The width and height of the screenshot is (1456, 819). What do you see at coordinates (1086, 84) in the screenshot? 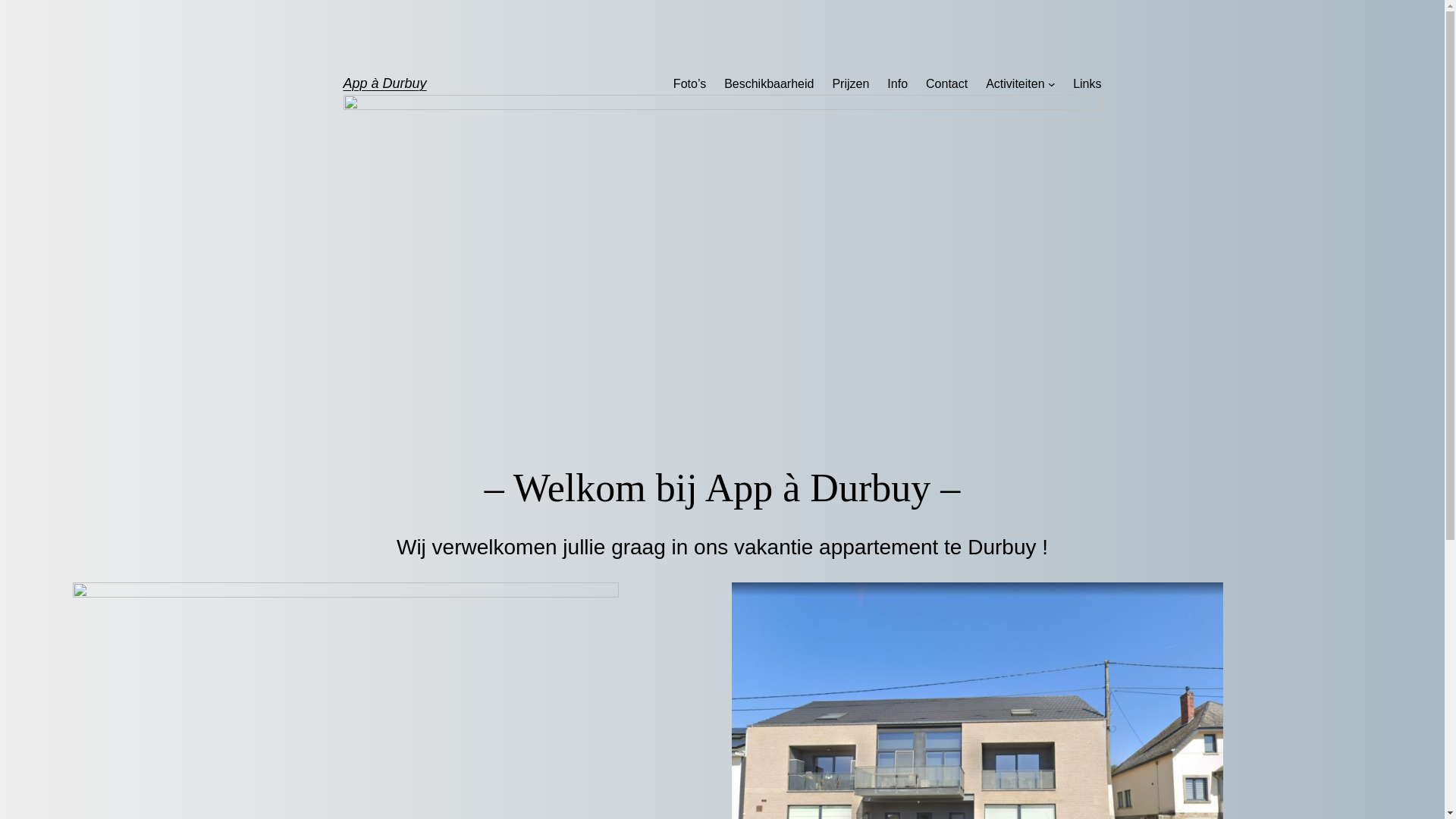
I see `'Links'` at bounding box center [1086, 84].